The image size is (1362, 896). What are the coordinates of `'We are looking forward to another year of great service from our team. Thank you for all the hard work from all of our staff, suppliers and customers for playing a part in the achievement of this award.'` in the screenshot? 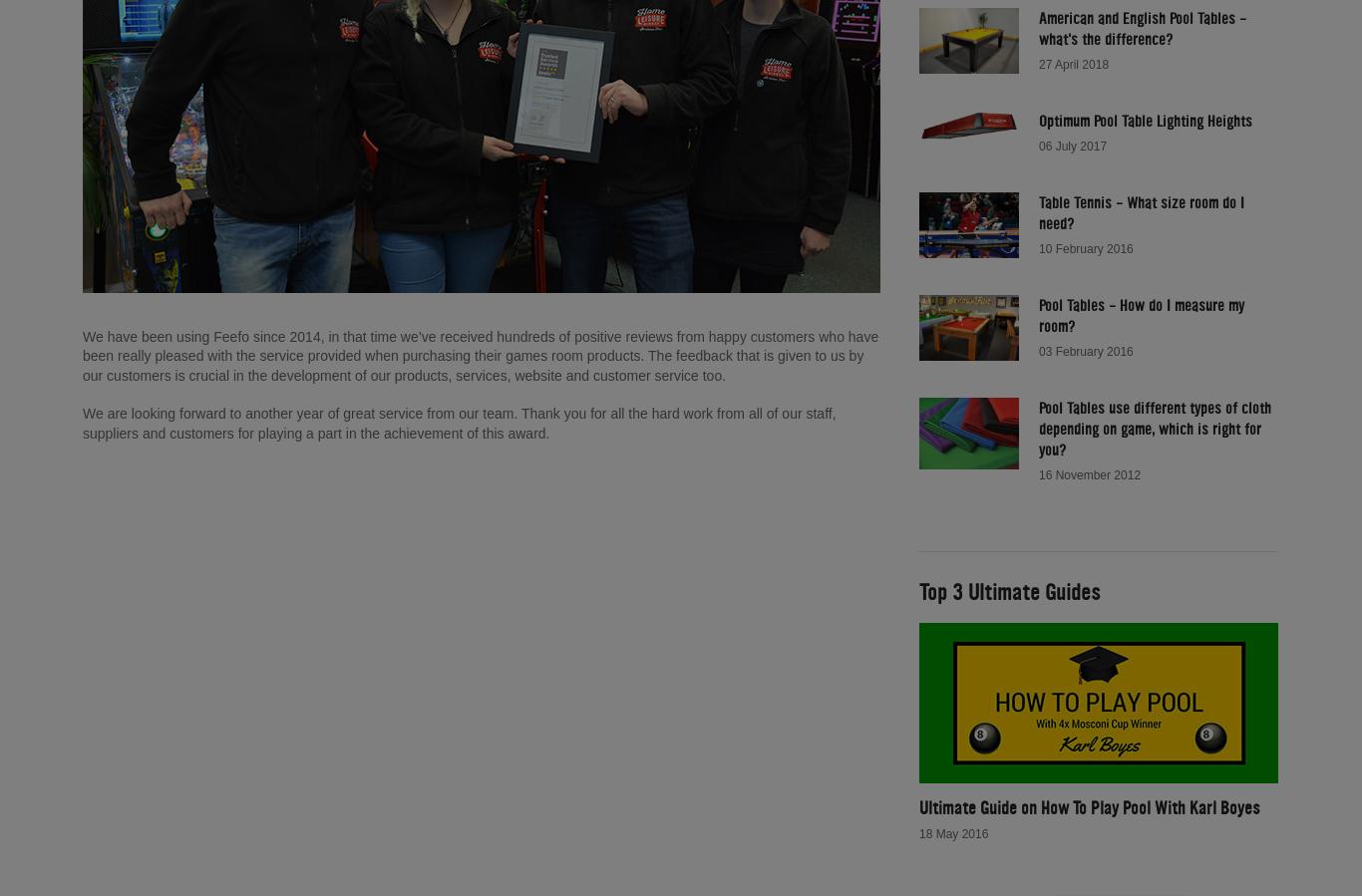 It's located at (83, 422).